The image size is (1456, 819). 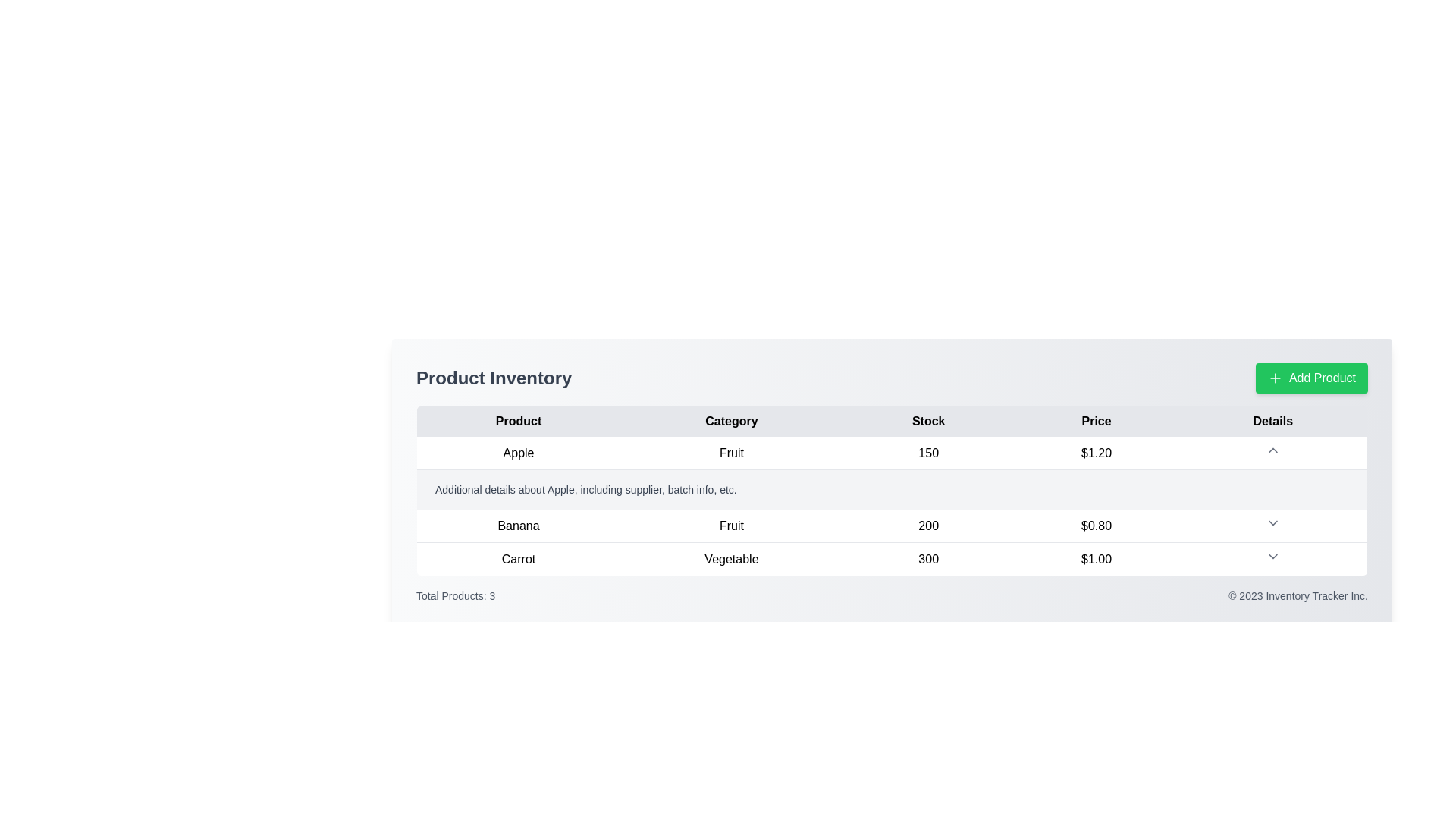 I want to click on the 'Vegetable' text label indicating the category of the product 'Carrot' in the product inventory table, so click(x=731, y=559).